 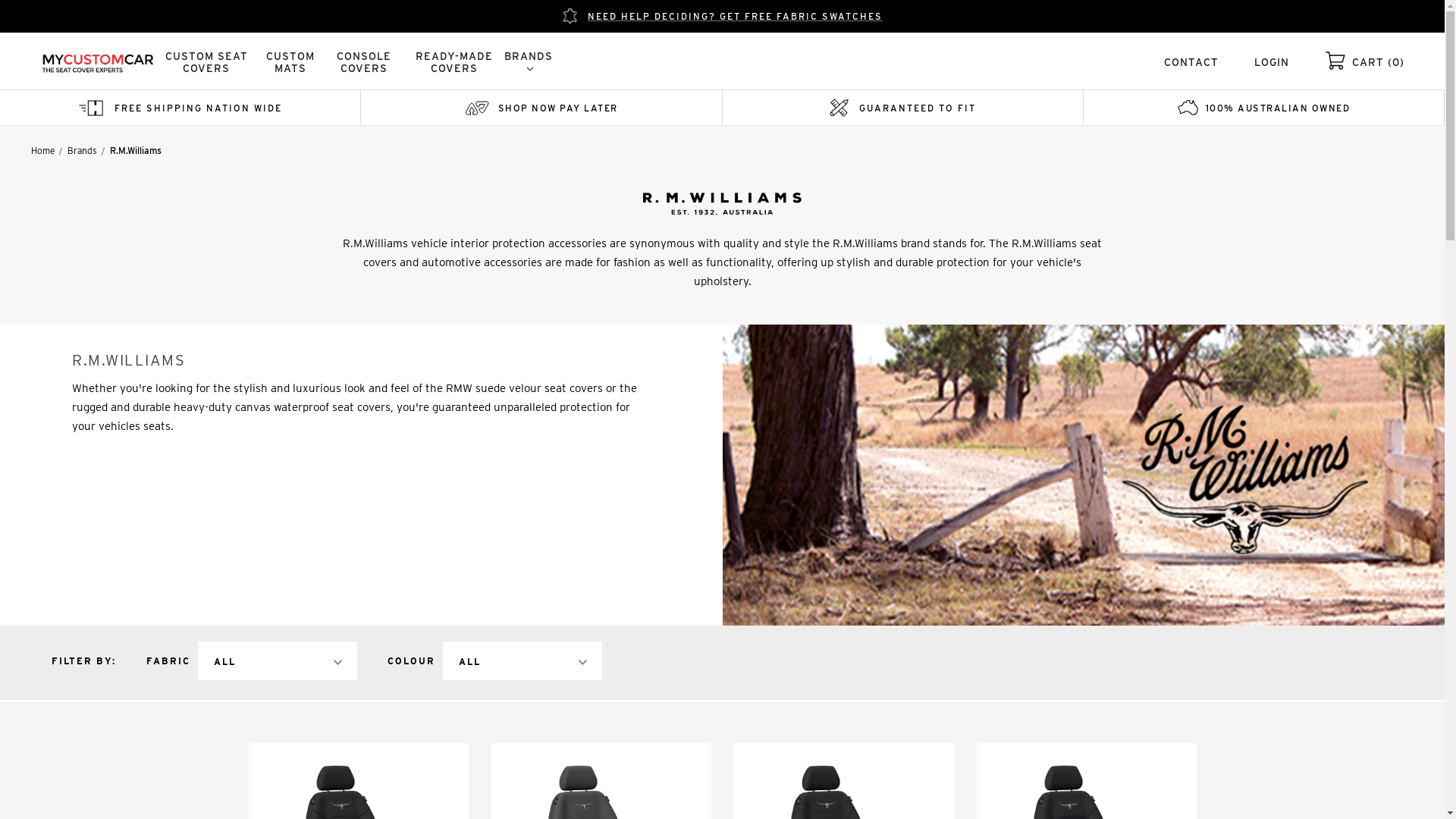 What do you see at coordinates (1378, 61) in the screenshot?
I see `'CART (0)'` at bounding box center [1378, 61].